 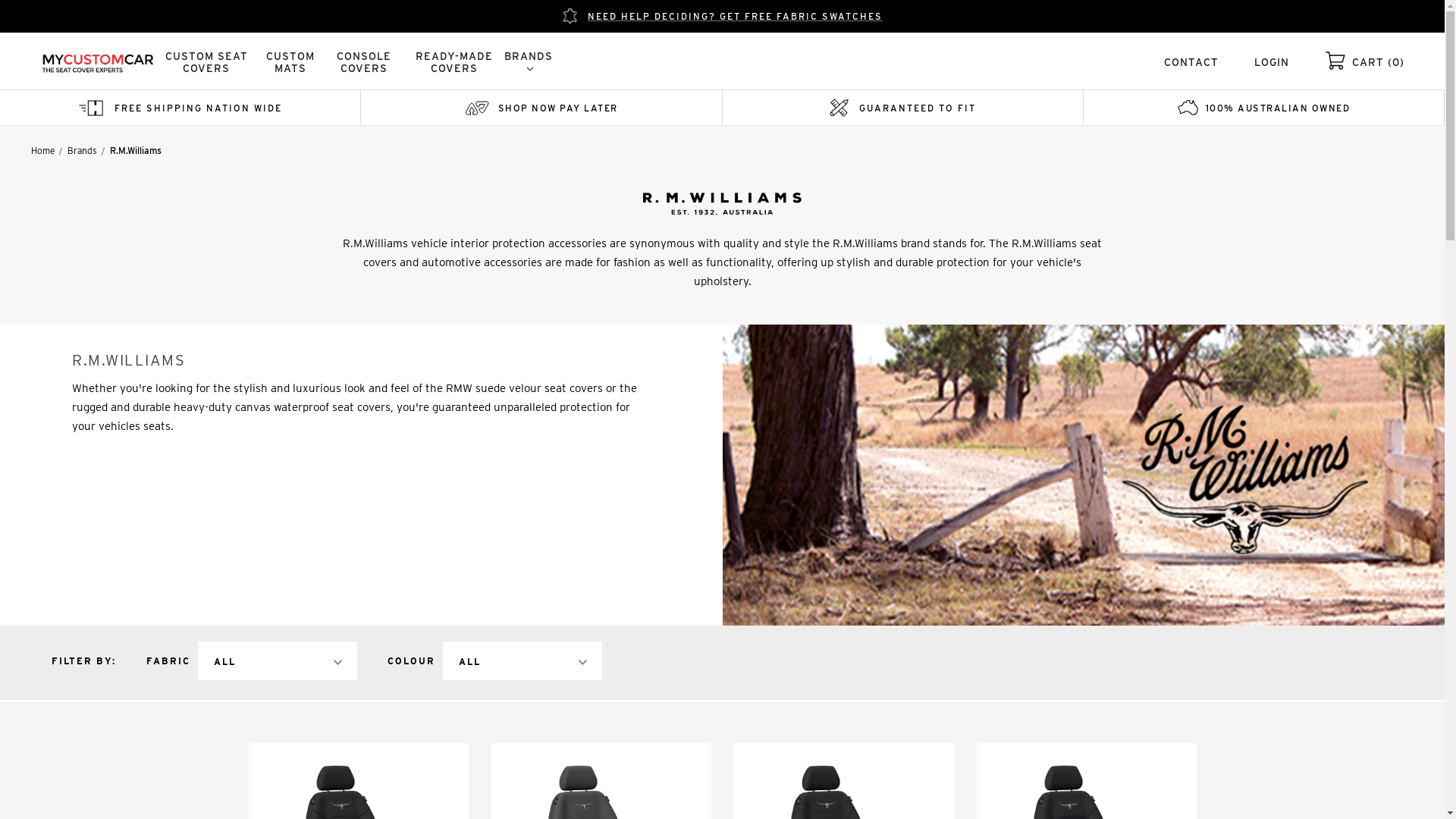 What do you see at coordinates (1378, 61) in the screenshot?
I see `'CART (0)'` at bounding box center [1378, 61].